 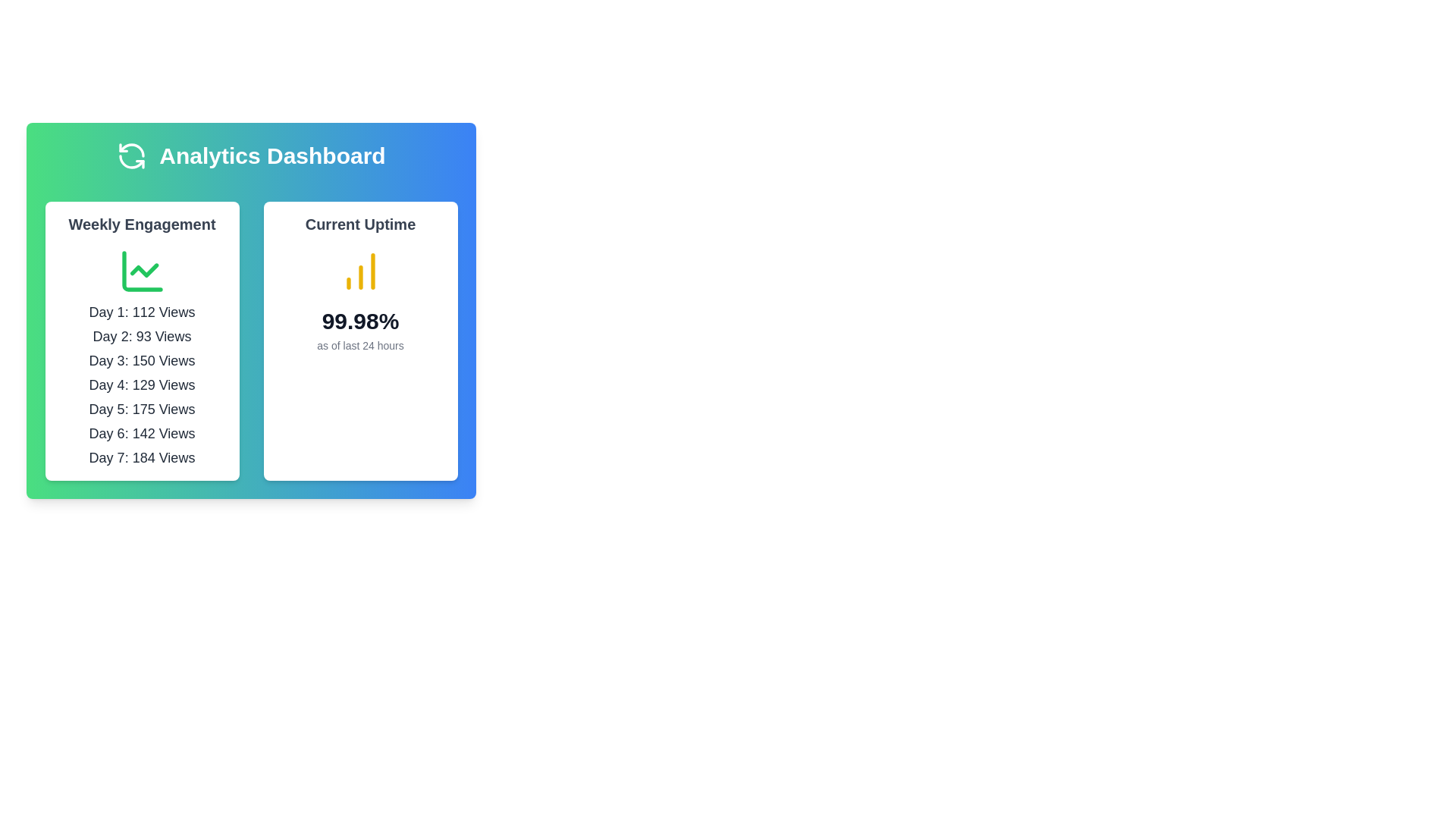 I want to click on and analyze the statistics from the text block located in the left panel of the dashboard below the 'Weekly Engagement' header, so click(x=142, y=384).